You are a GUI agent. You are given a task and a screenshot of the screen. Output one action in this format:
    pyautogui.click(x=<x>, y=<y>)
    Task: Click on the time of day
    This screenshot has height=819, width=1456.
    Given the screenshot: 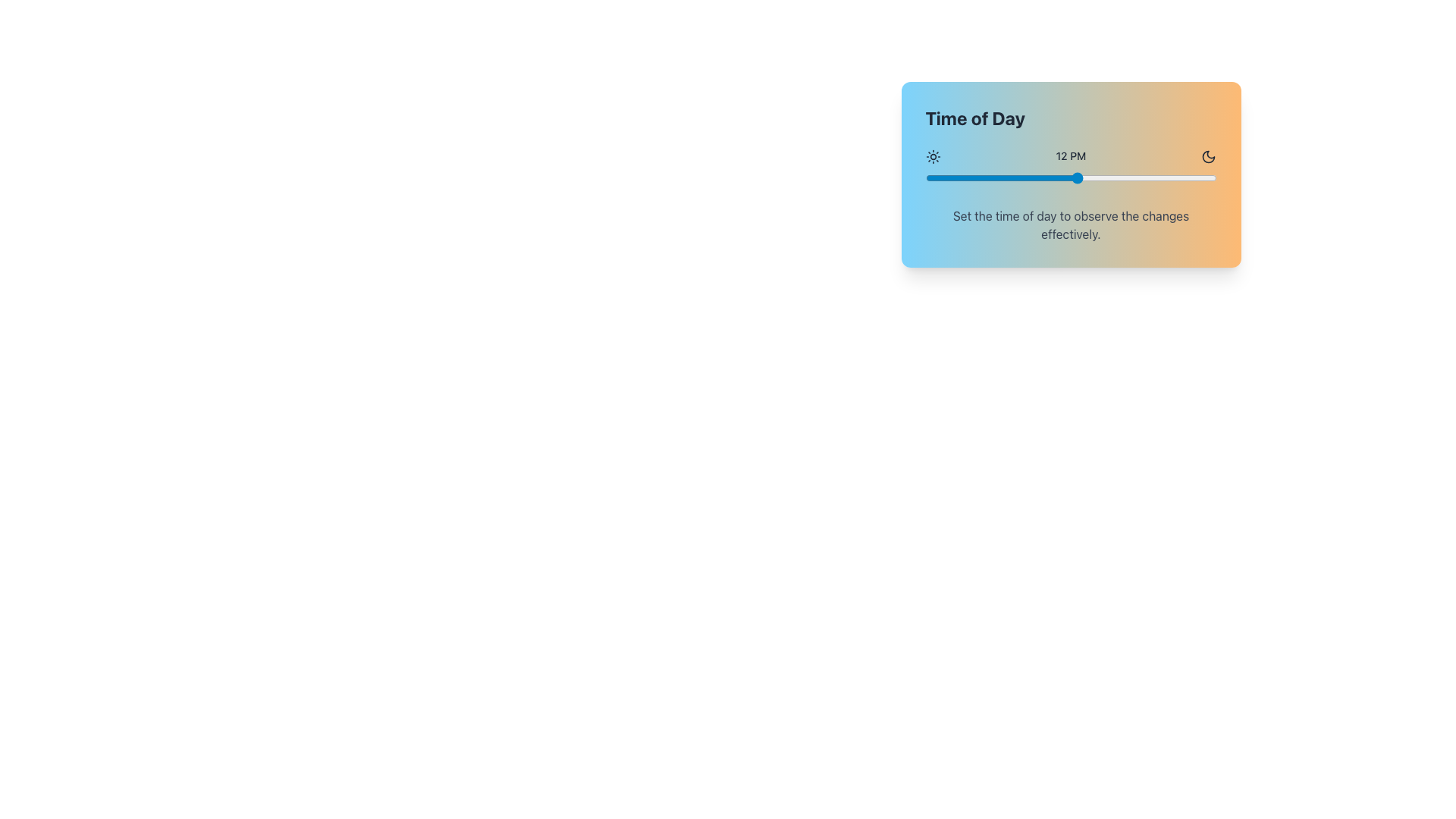 What is the action you would take?
    pyautogui.click(x=1089, y=177)
    